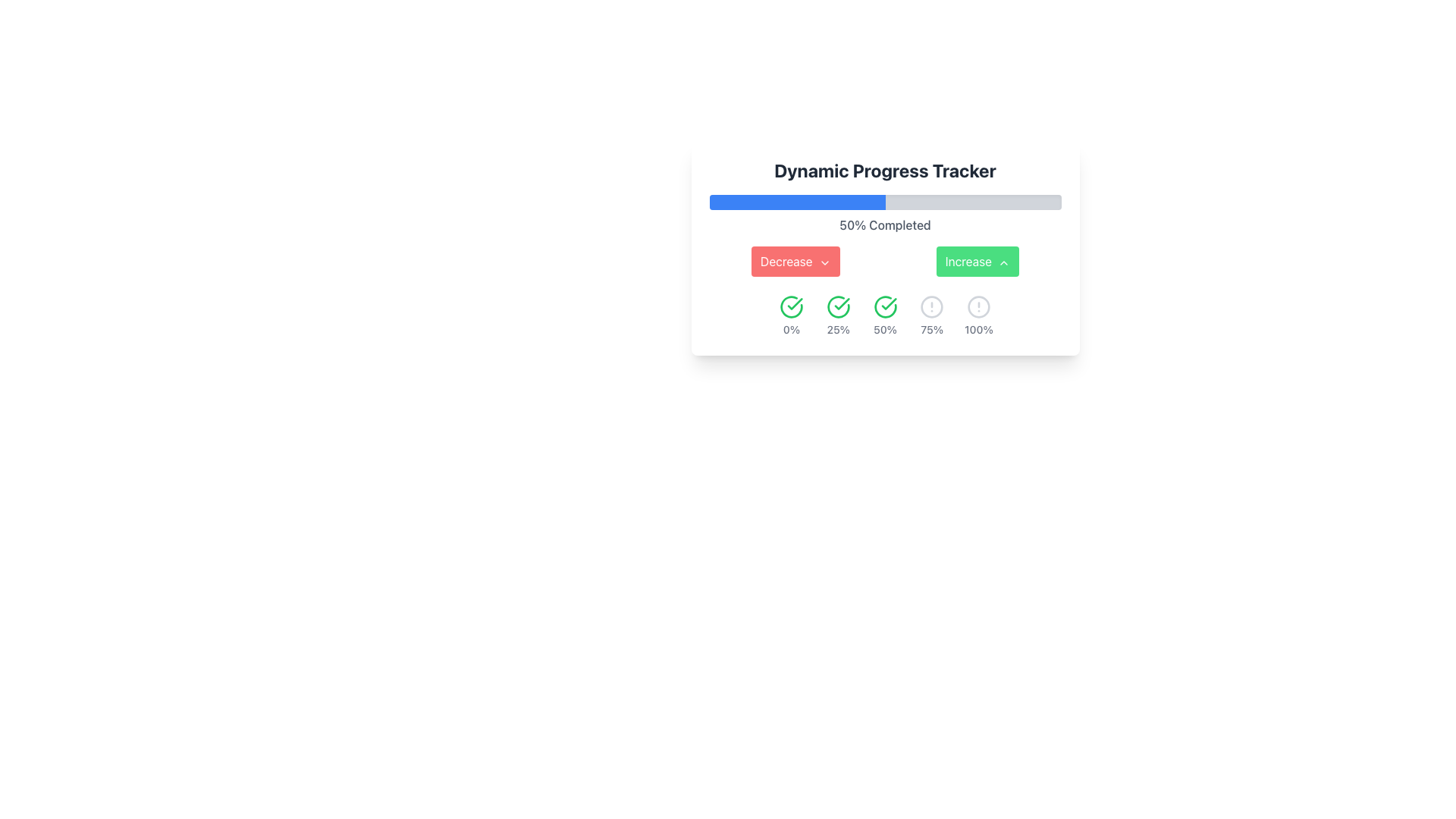 The width and height of the screenshot is (1456, 819). What do you see at coordinates (795, 260) in the screenshot?
I see `the first button used to decrease a value or progress, positioned left under the progress tracker to observe its hover effect` at bounding box center [795, 260].